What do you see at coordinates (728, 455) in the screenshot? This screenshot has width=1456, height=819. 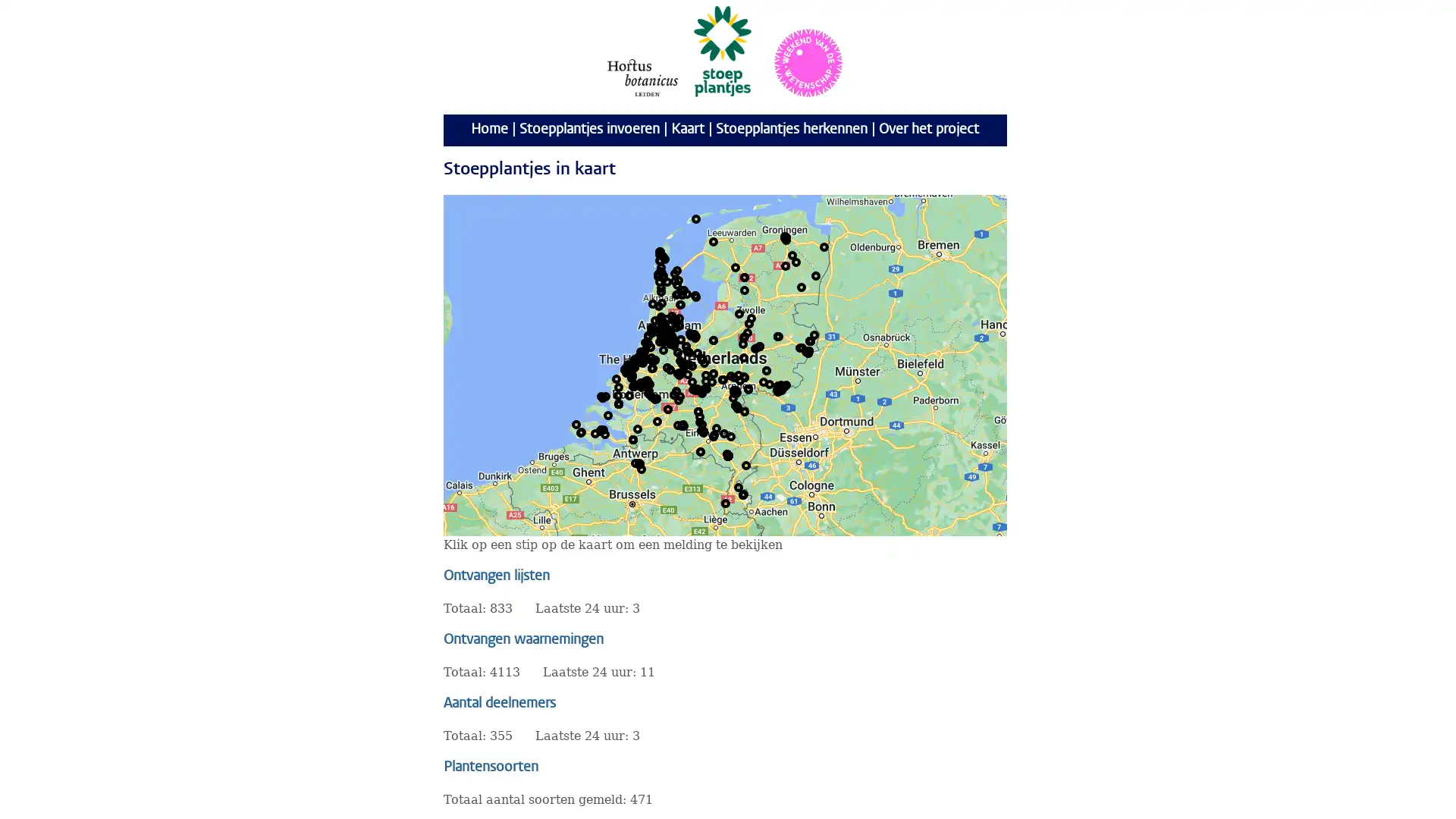 I see `Telling van Ton Frenken op 27 juni 2022` at bounding box center [728, 455].